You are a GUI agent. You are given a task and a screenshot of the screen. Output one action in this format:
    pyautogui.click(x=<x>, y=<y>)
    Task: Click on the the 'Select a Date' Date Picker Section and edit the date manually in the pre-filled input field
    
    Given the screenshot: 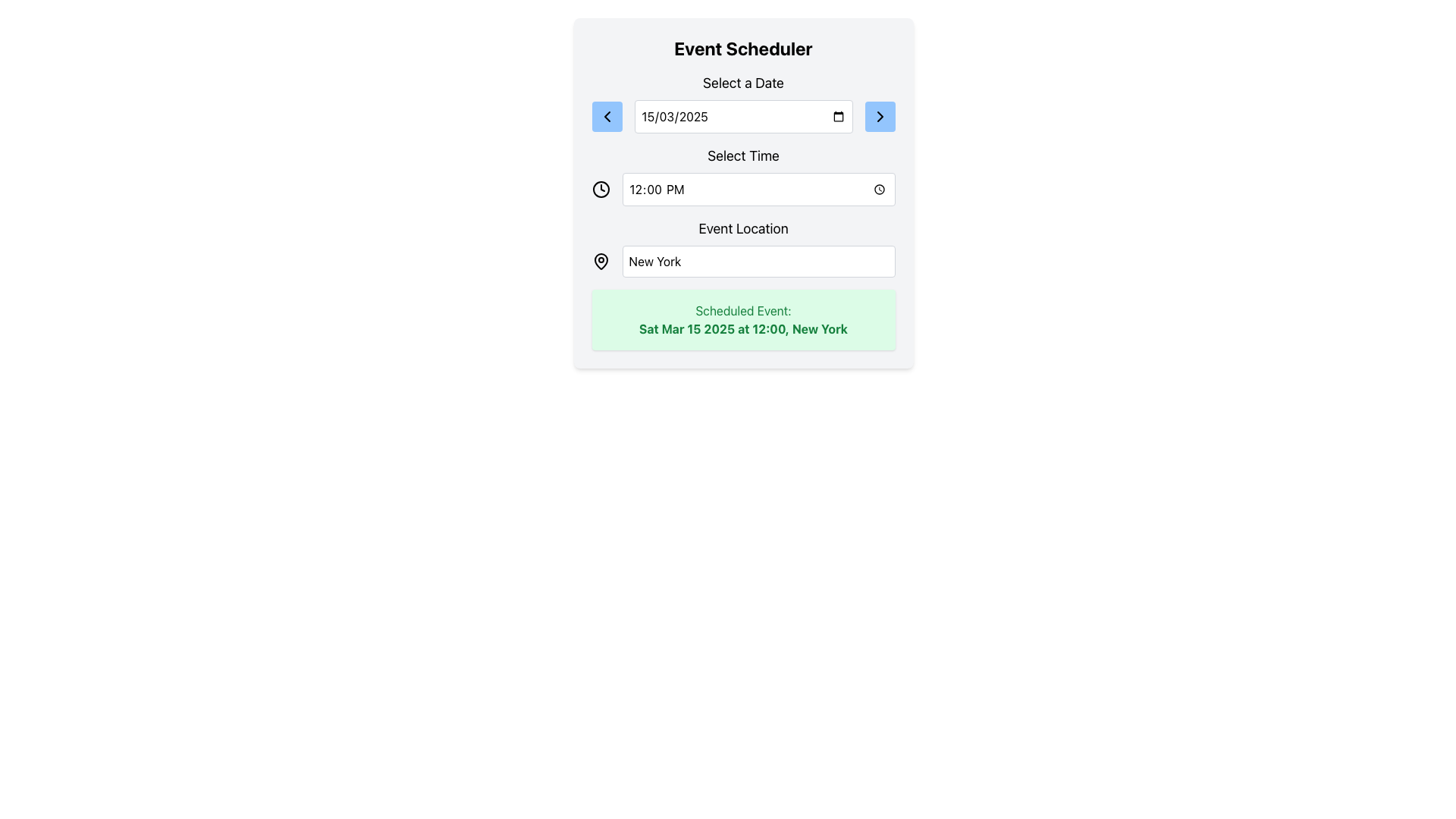 What is the action you would take?
    pyautogui.click(x=743, y=102)
    